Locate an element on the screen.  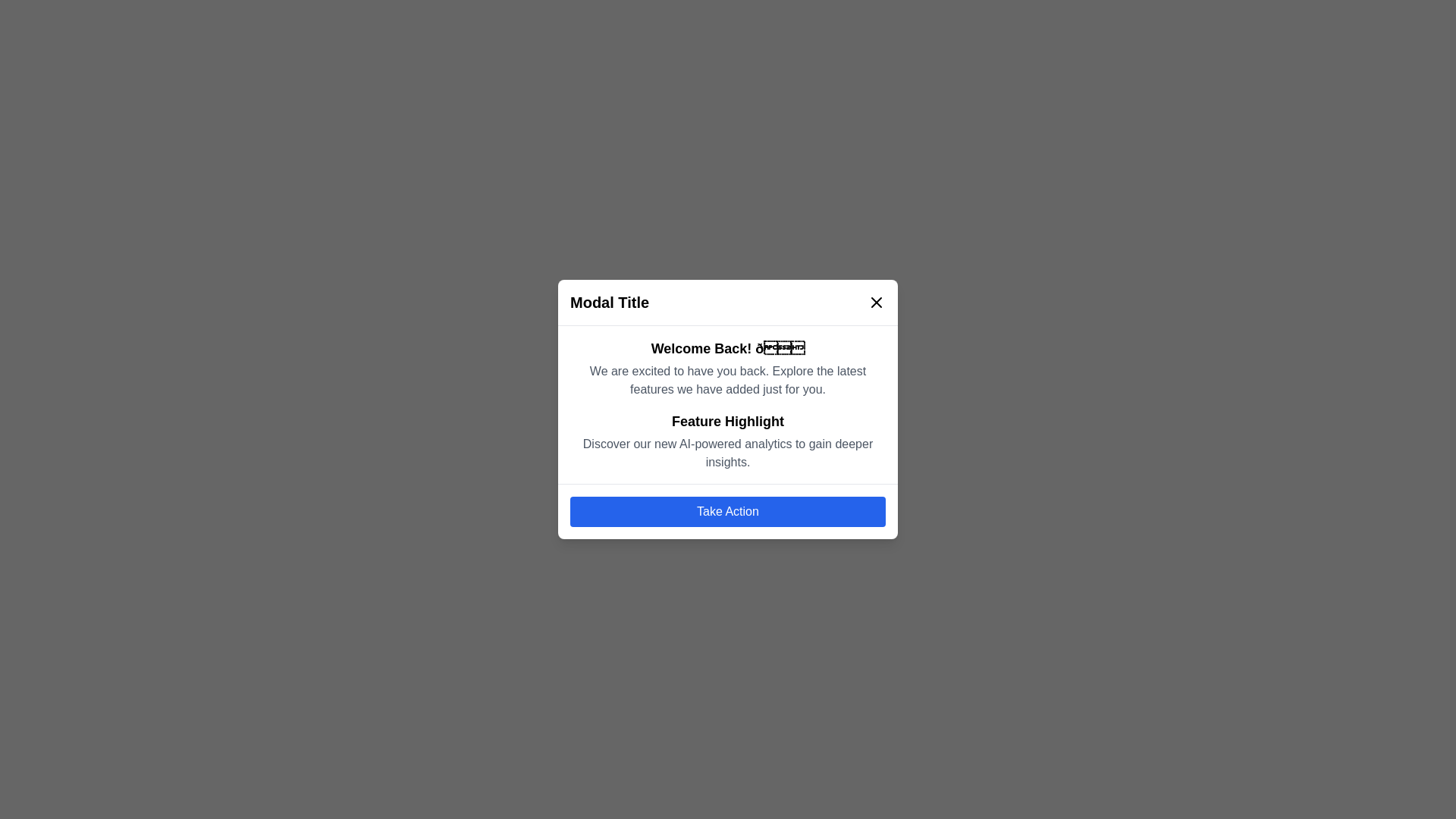
the confirmation button located at the bottom of the modal dialog box is located at coordinates (728, 512).